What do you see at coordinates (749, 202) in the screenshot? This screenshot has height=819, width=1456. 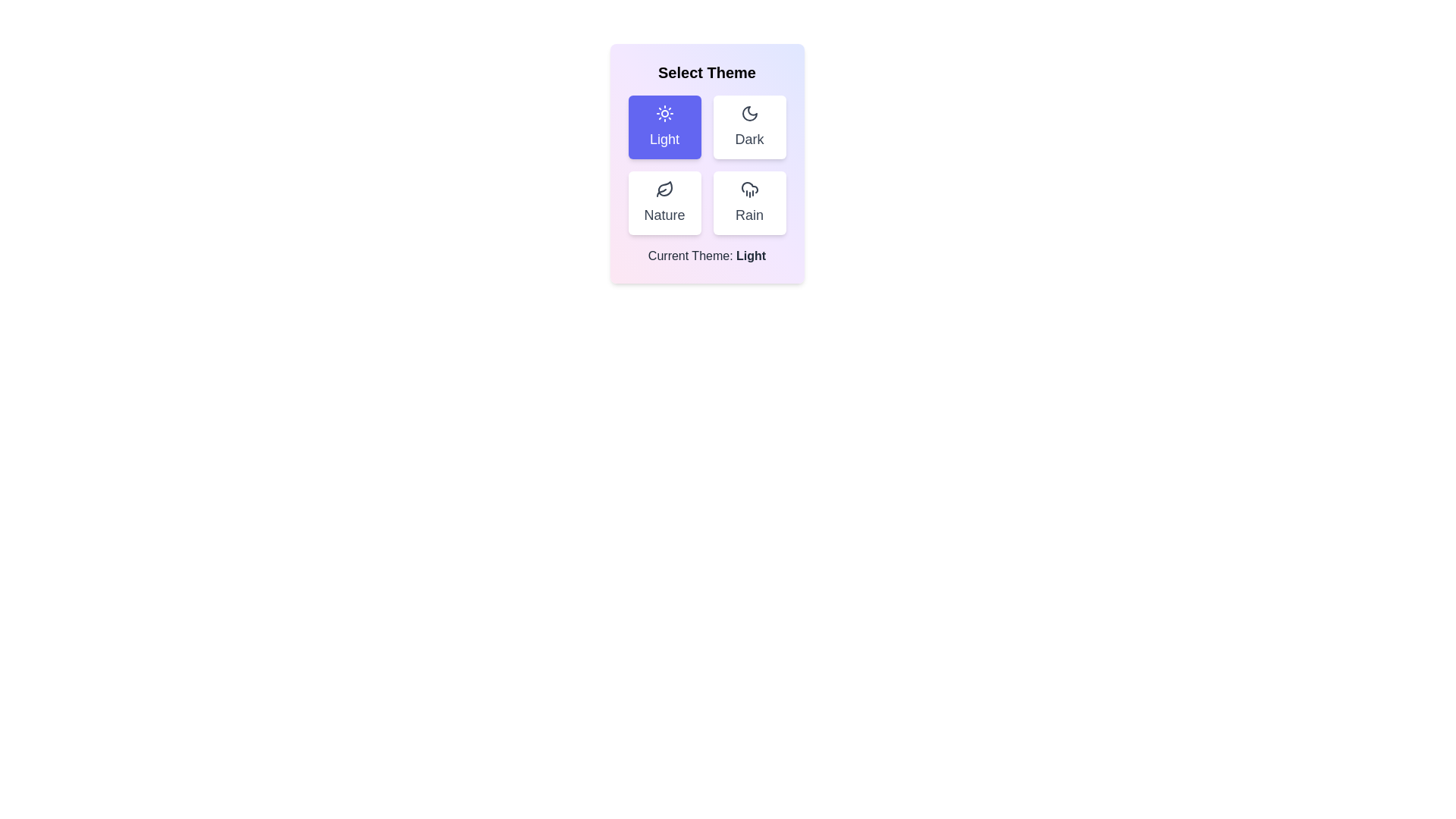 I see `the theme Rain by clicking the corresponding button` at bounding box center [749, 202].